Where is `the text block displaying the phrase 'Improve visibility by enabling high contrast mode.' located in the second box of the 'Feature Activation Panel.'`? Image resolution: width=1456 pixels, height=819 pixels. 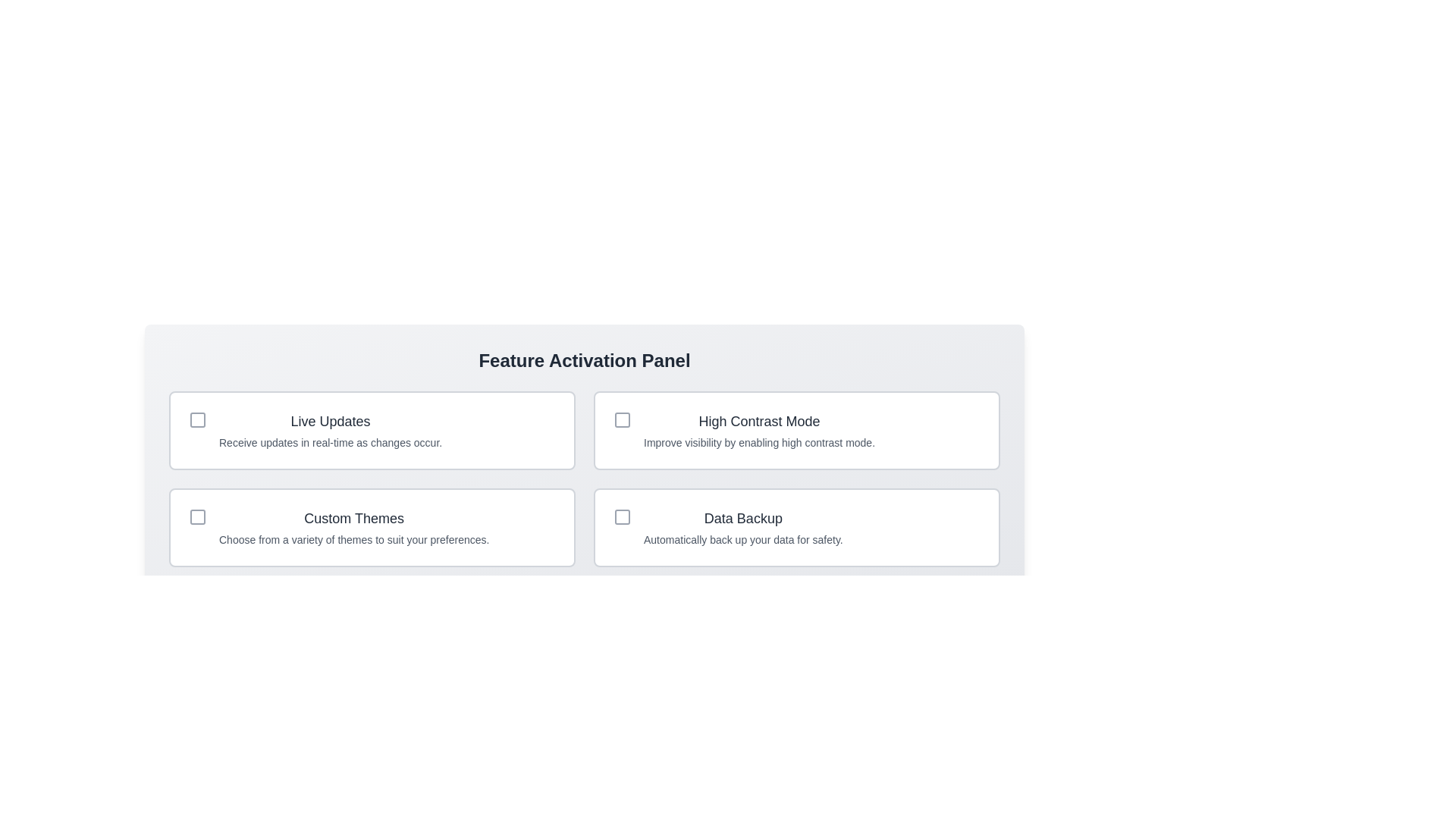 the text block displaying the phrase 'Improve visibility by enabling high contrast mode.' located in the second box of the 'Feature Activation Panel.' is located at coordinates (759, 442).